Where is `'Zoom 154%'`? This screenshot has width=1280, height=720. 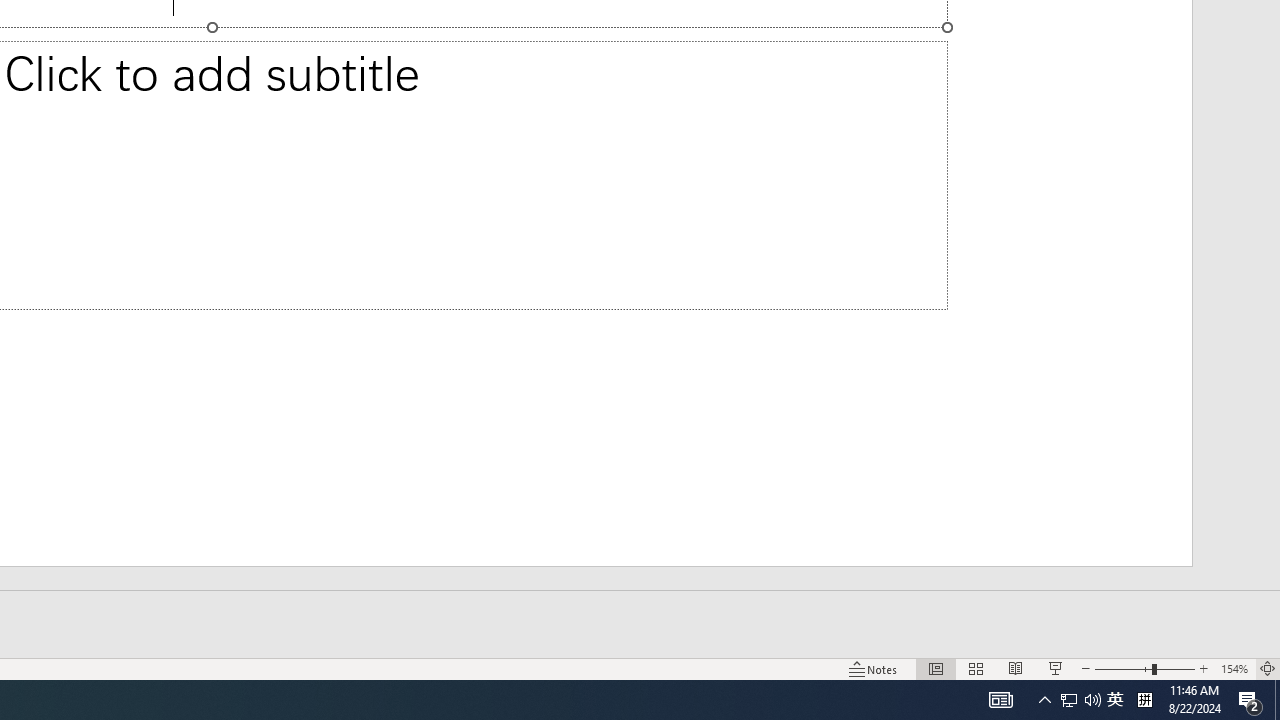 'Zoom 154%' is located at coordinates (1233, 669).